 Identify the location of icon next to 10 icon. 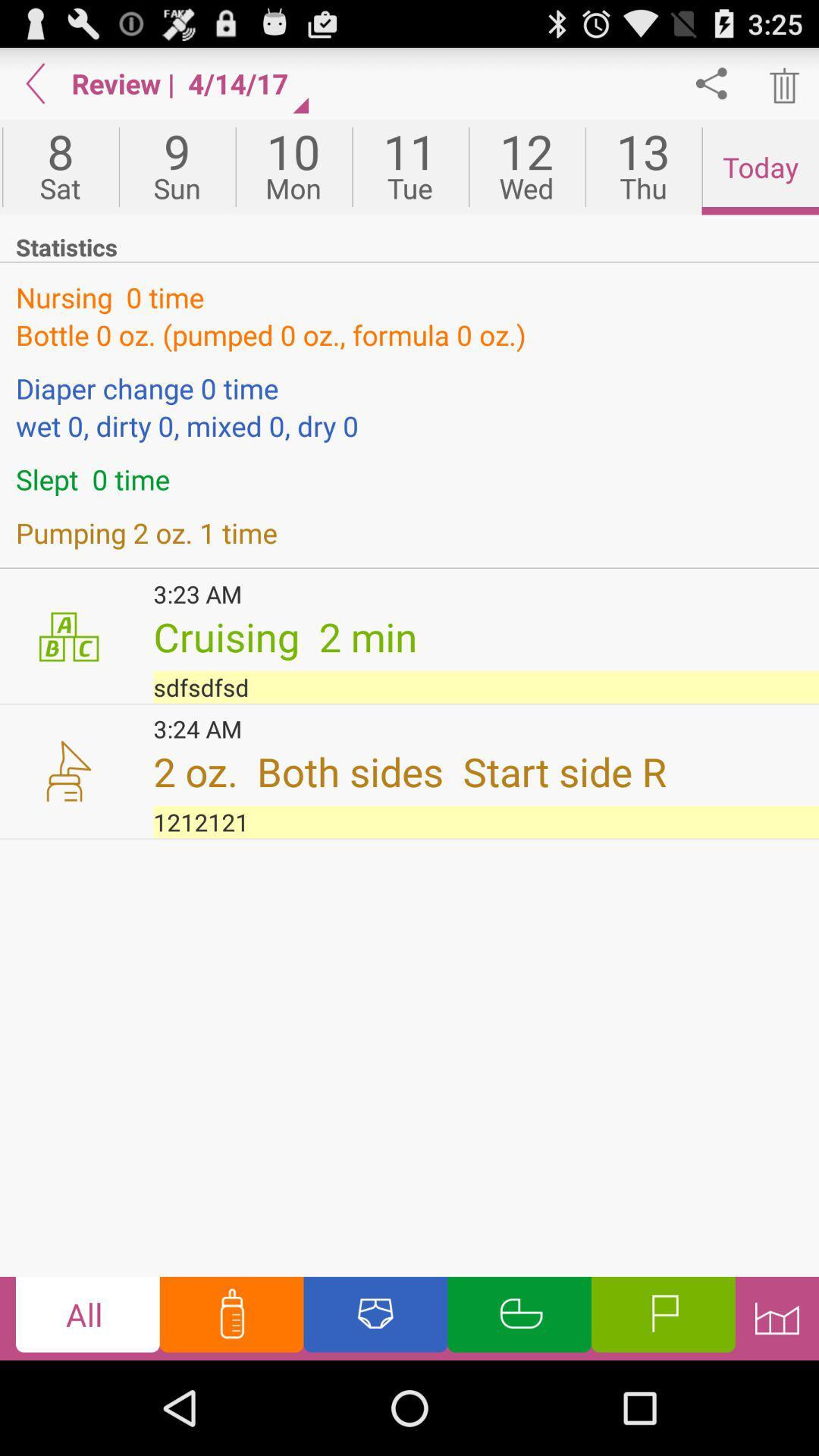
(410, 167).